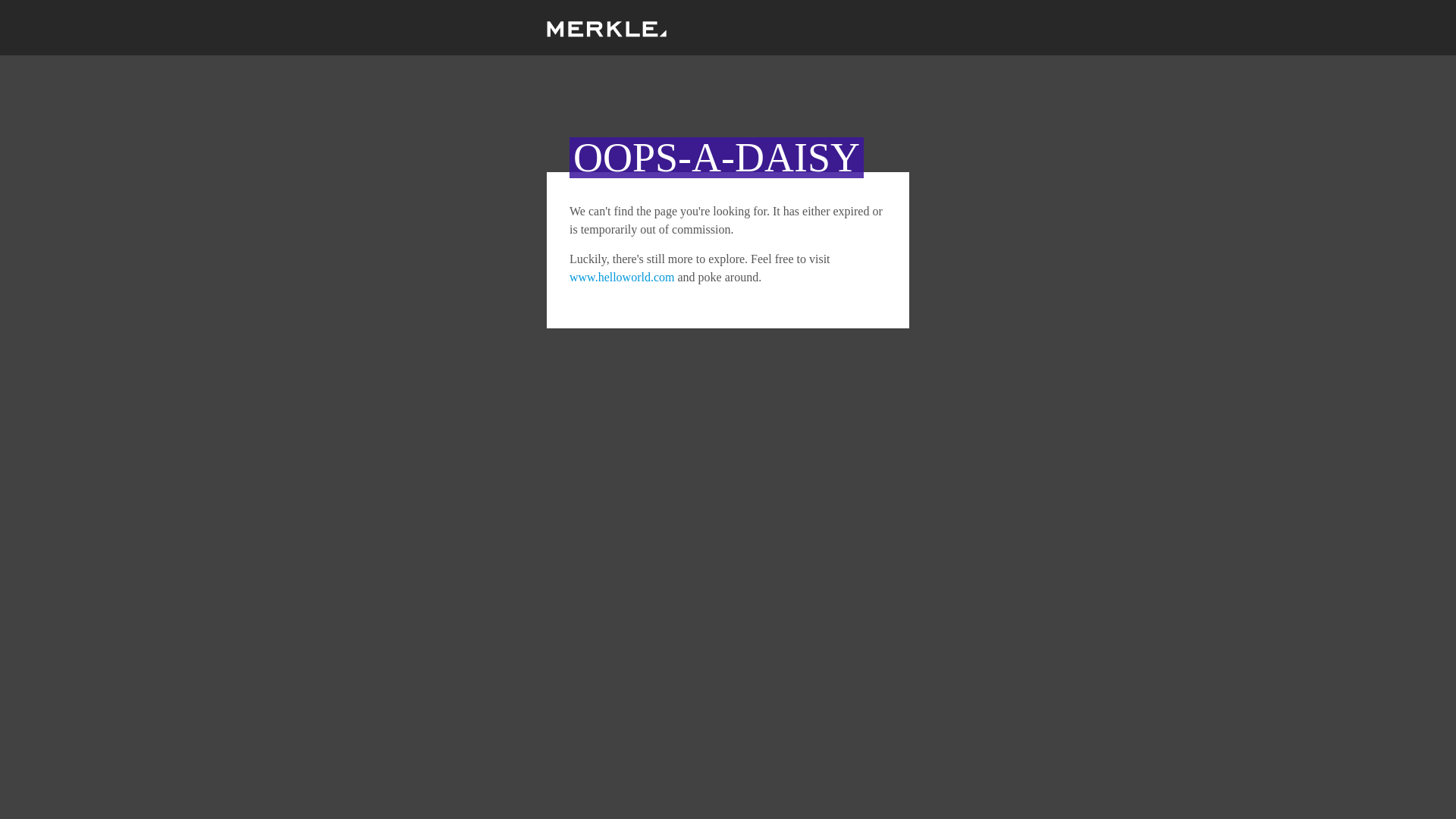 The width and height of the screenshot is (1456, 819). I want to click on 'www.helloworld.com', so click(622, 277).